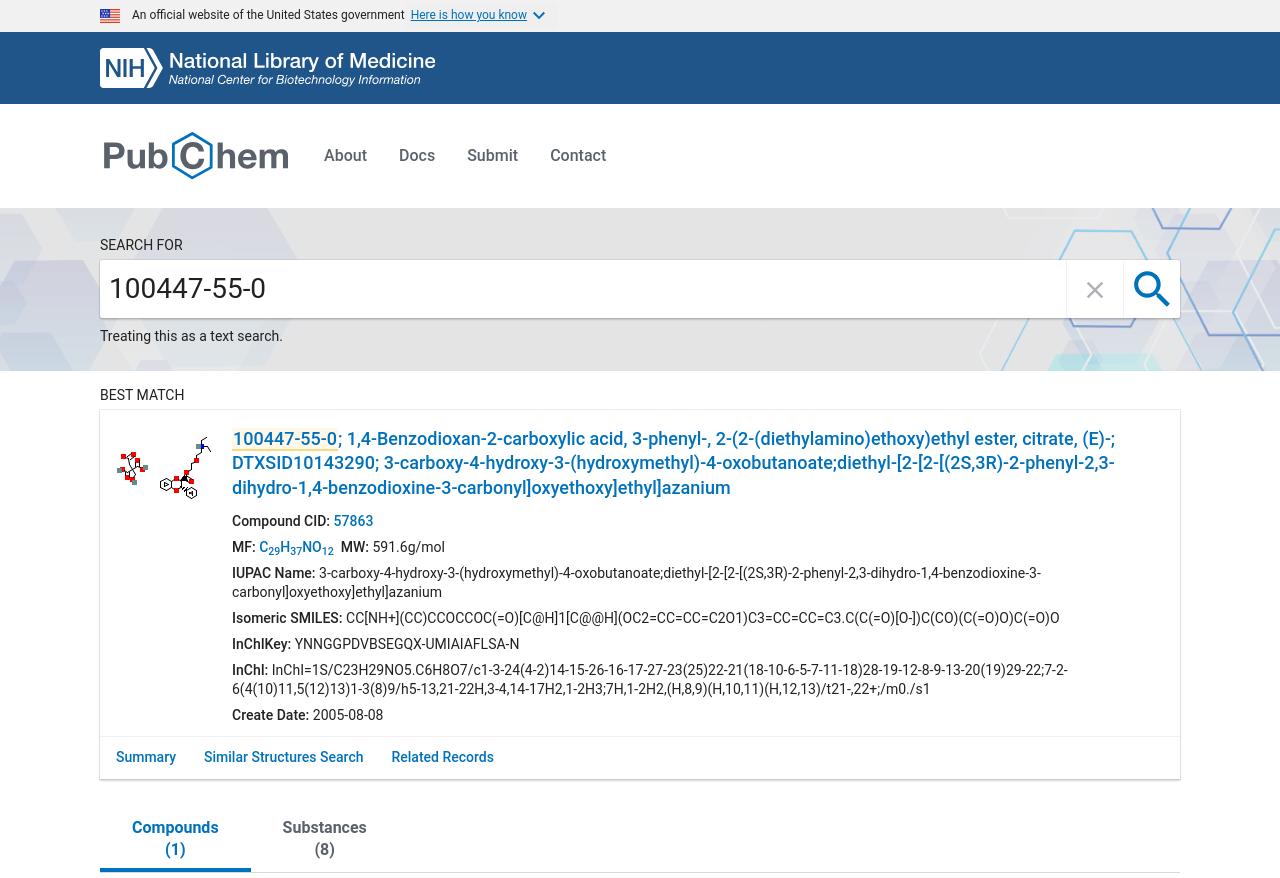  Describe the element at coordinates (424, 545) in the screenshot. I see `'g/mol'` at that location.